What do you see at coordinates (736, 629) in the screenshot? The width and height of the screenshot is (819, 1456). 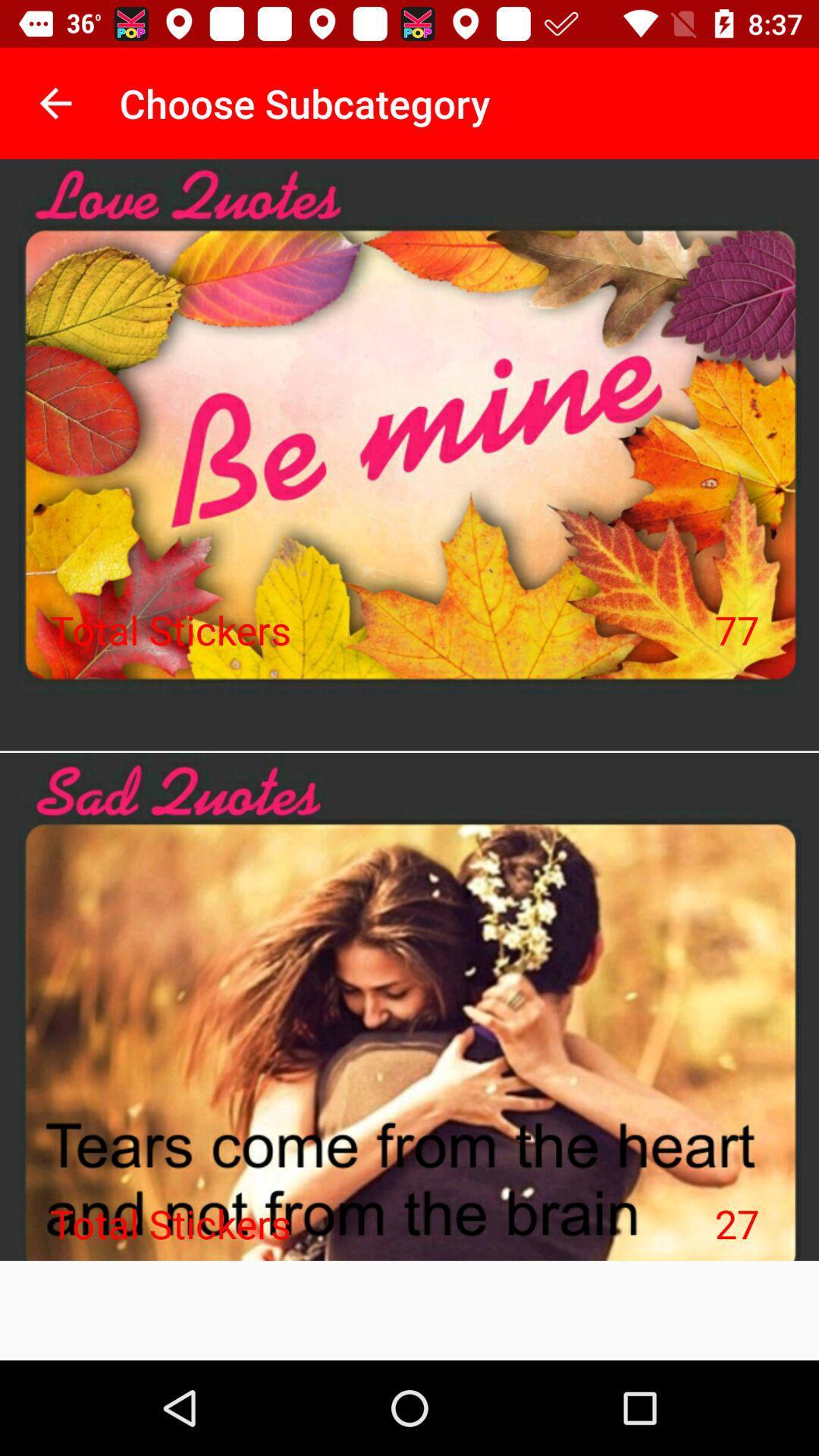 I see `item next to total stickers icon` at bounding box center [736, 629].